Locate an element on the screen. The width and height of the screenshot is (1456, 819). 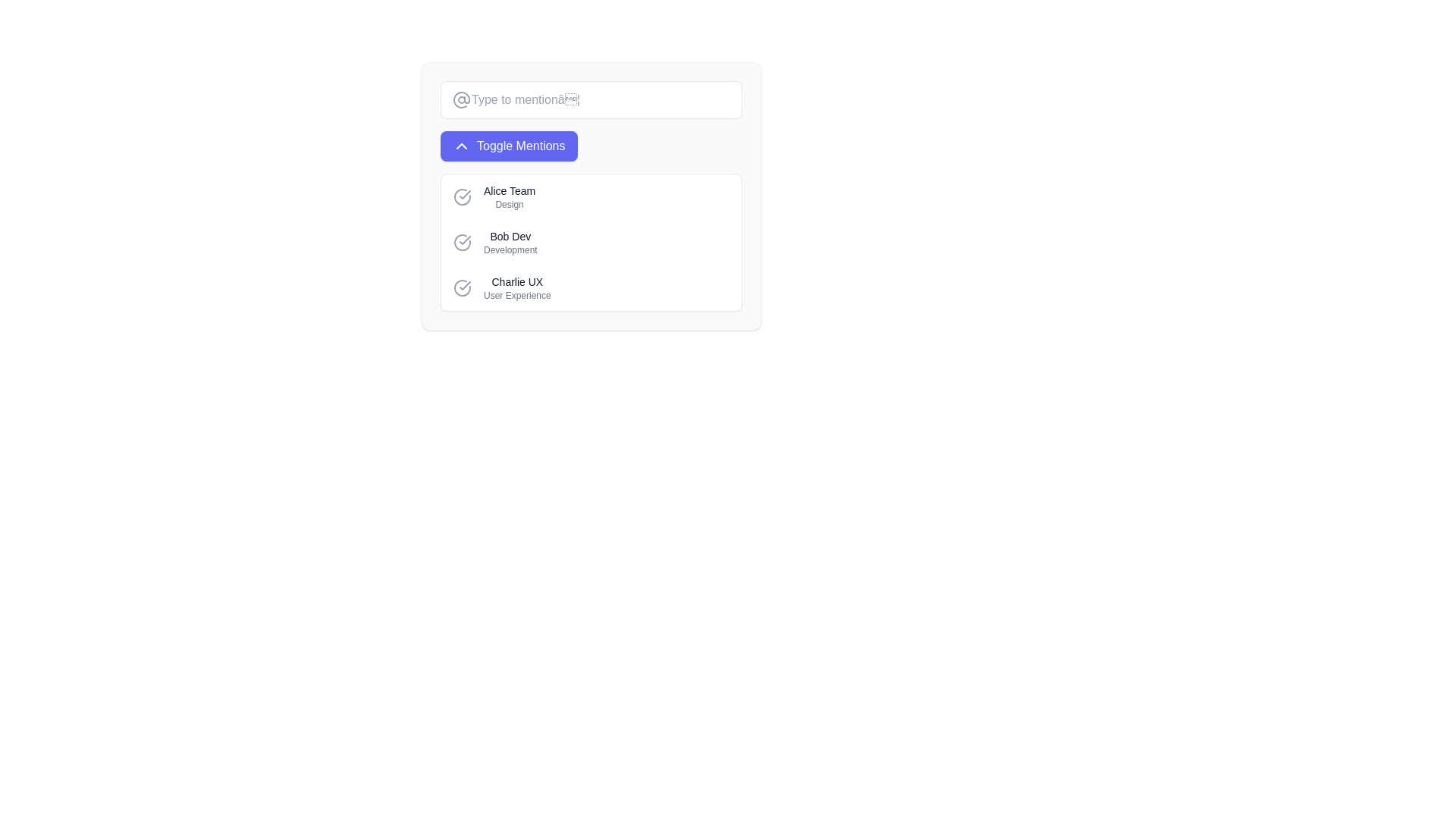
the '@' symbol SVG graphic element located at the top-left corner of the text input field, which is styled with a thin border and has a circular structure is located at coordinates (461, 99).